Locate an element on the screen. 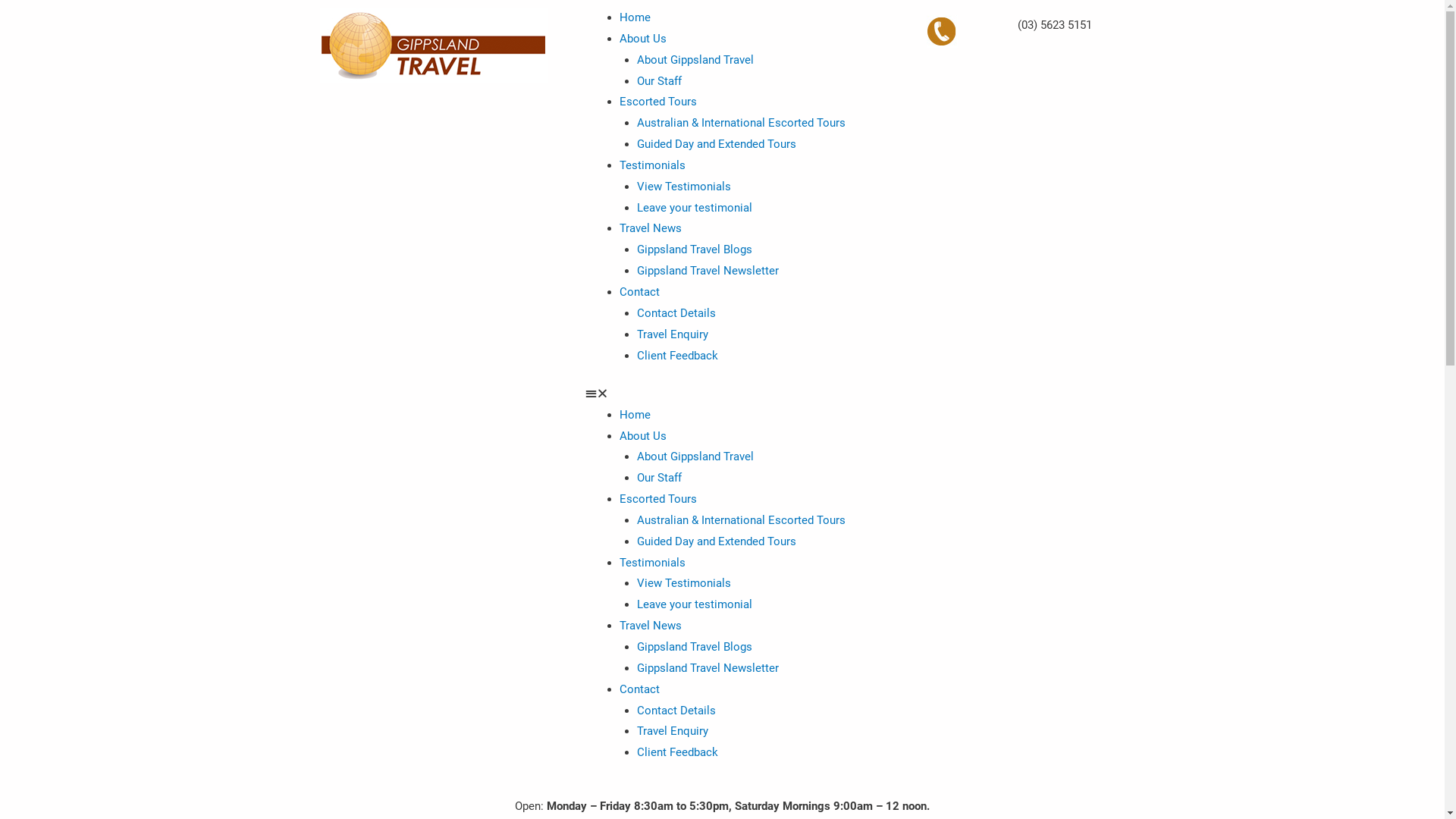 The width and height of the screenshot is (1456, 819). 'Testimonials' is located at coordinates (652, 562).